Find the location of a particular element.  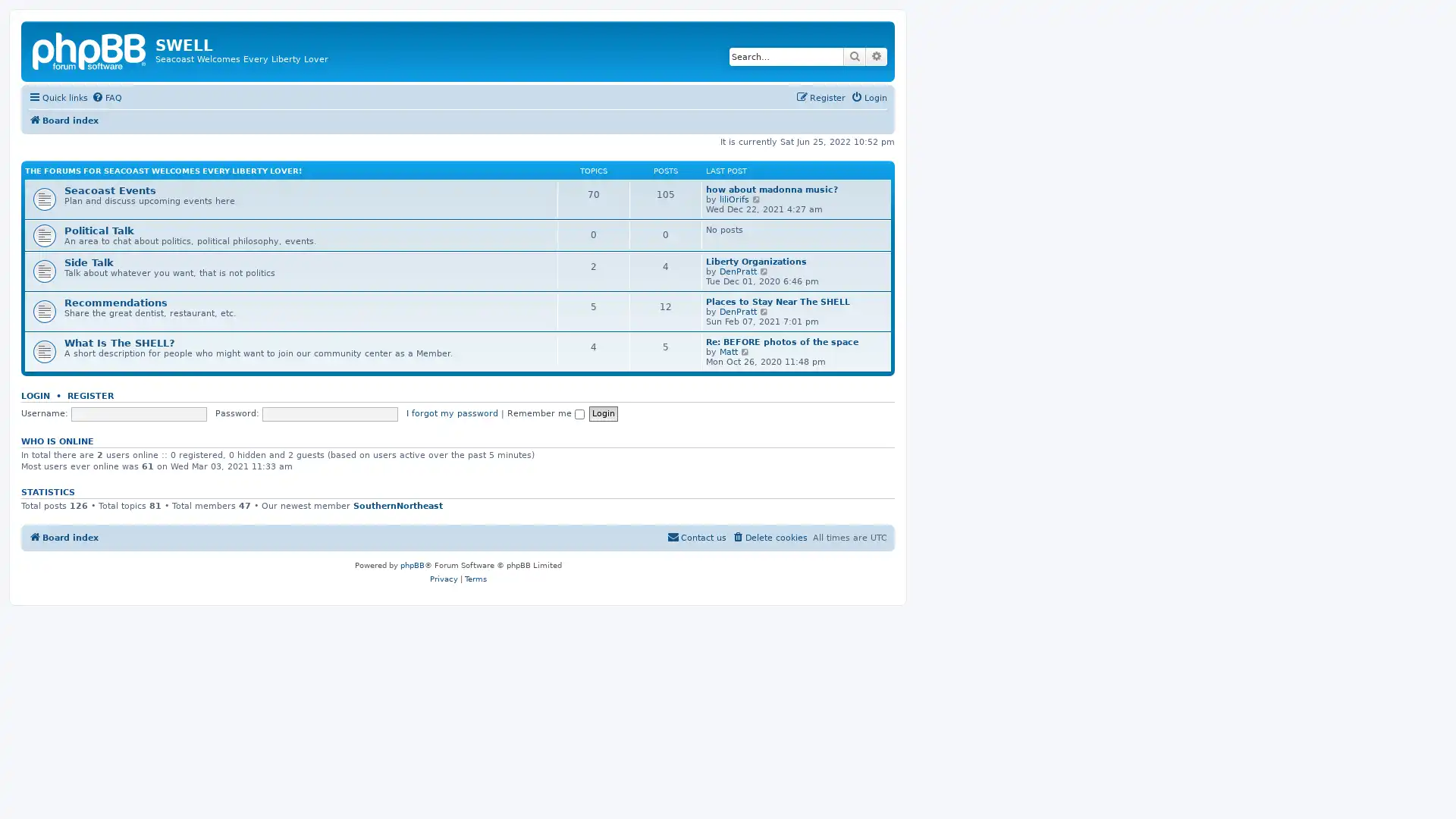

Search is located at coordinates (855, 55).